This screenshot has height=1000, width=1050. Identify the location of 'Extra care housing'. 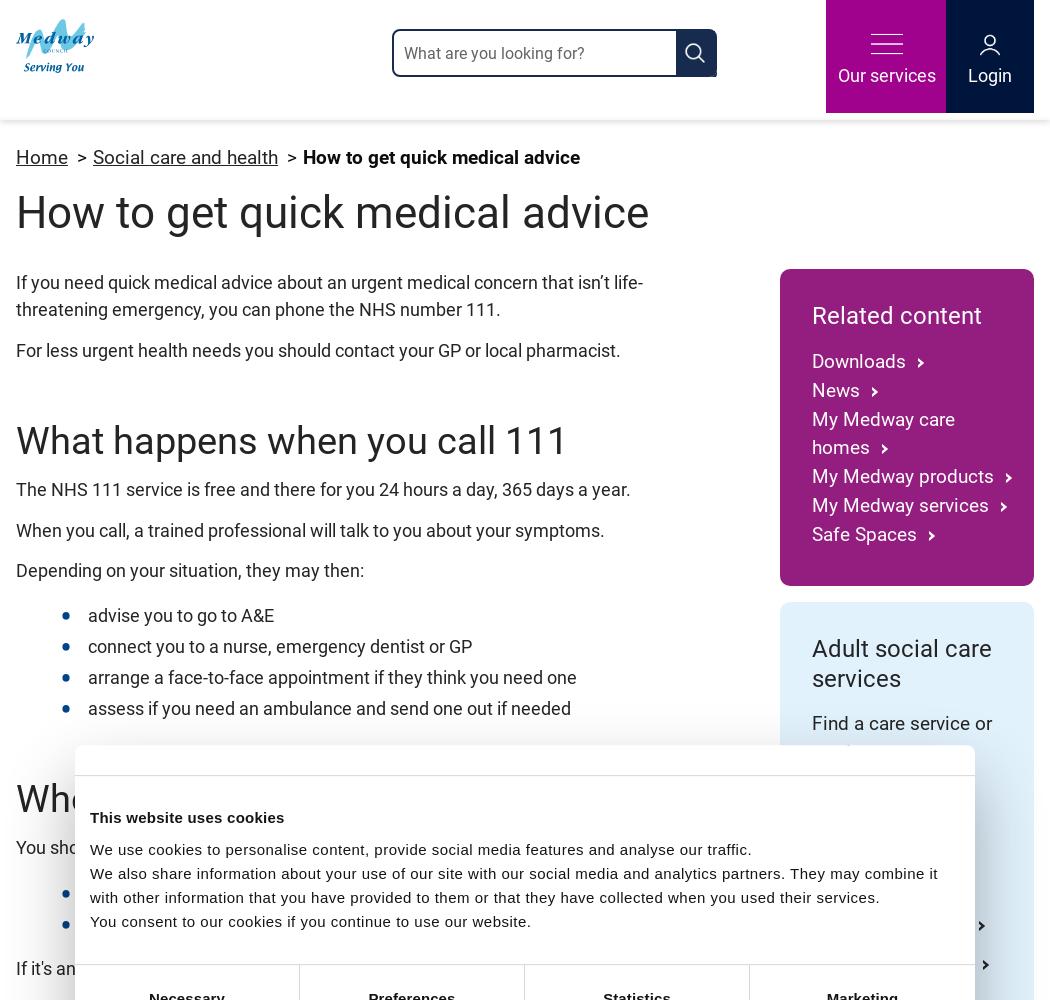
(810, 924).